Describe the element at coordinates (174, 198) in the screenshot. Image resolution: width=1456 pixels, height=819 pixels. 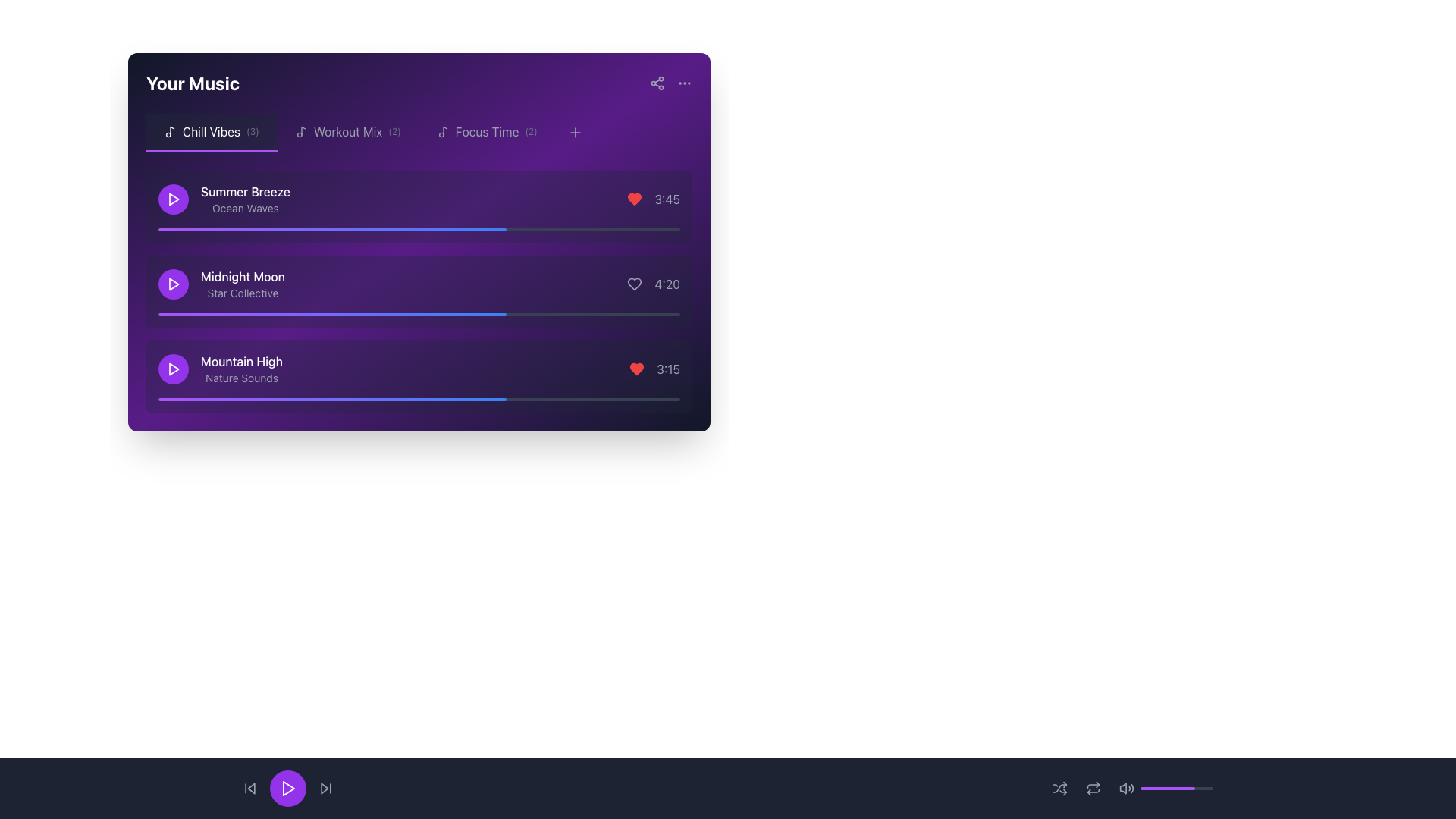
I see `the triangular play icon with a purple background and white border located to the left of the track title 'Summer Breeze' under the 'Chill Vibes' category in the 'Your Music' section` at that location.